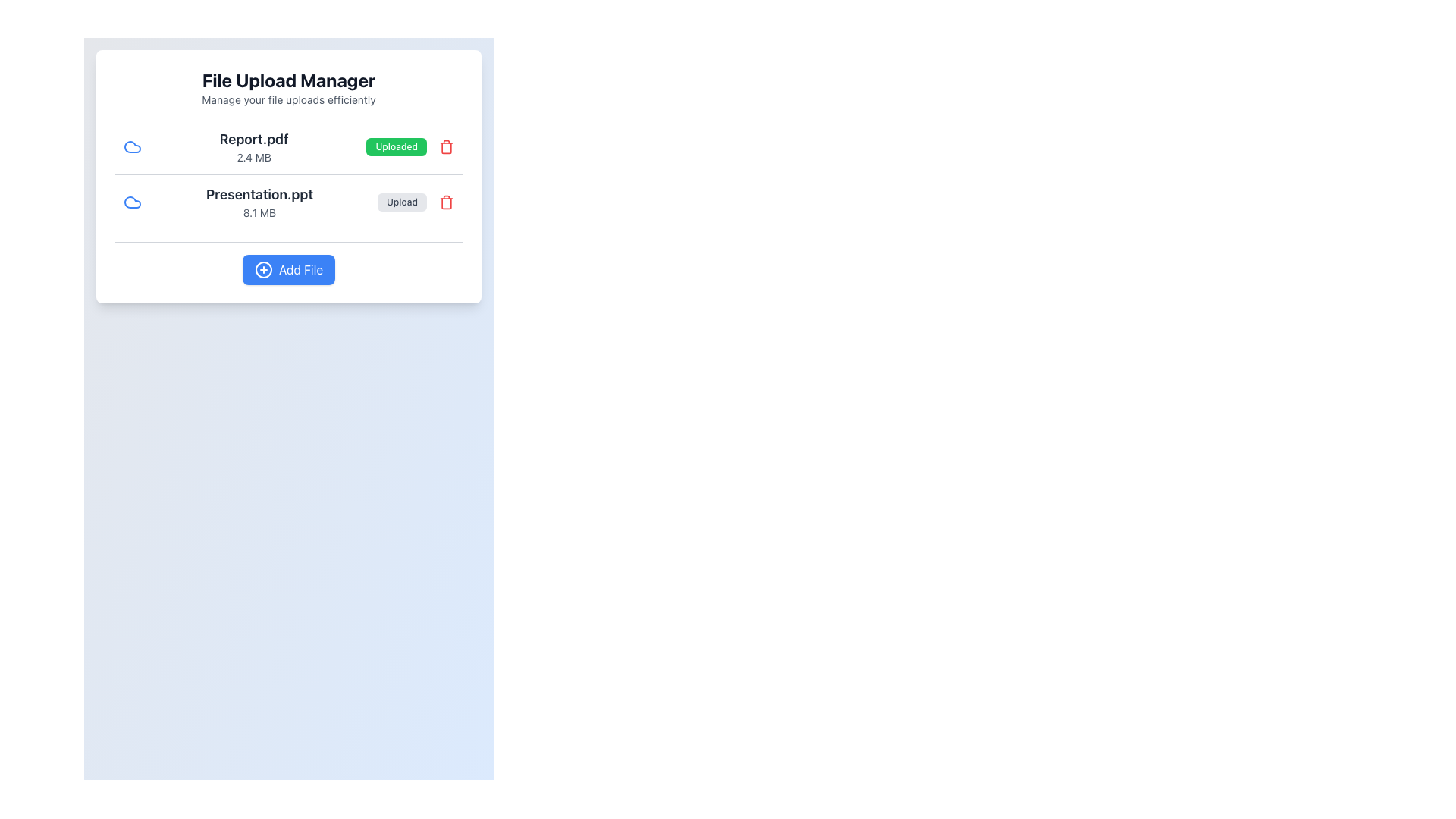 The image size is (1456, 819). What do you see at coordinates (402, 201) in the screenshot?
I see `the 'Upload' button, which is a compact, rounded rectangular button with a light grey background located to the far right of the row displaying the file 'Presentation.ppt'` at bounding box center [402, 201].